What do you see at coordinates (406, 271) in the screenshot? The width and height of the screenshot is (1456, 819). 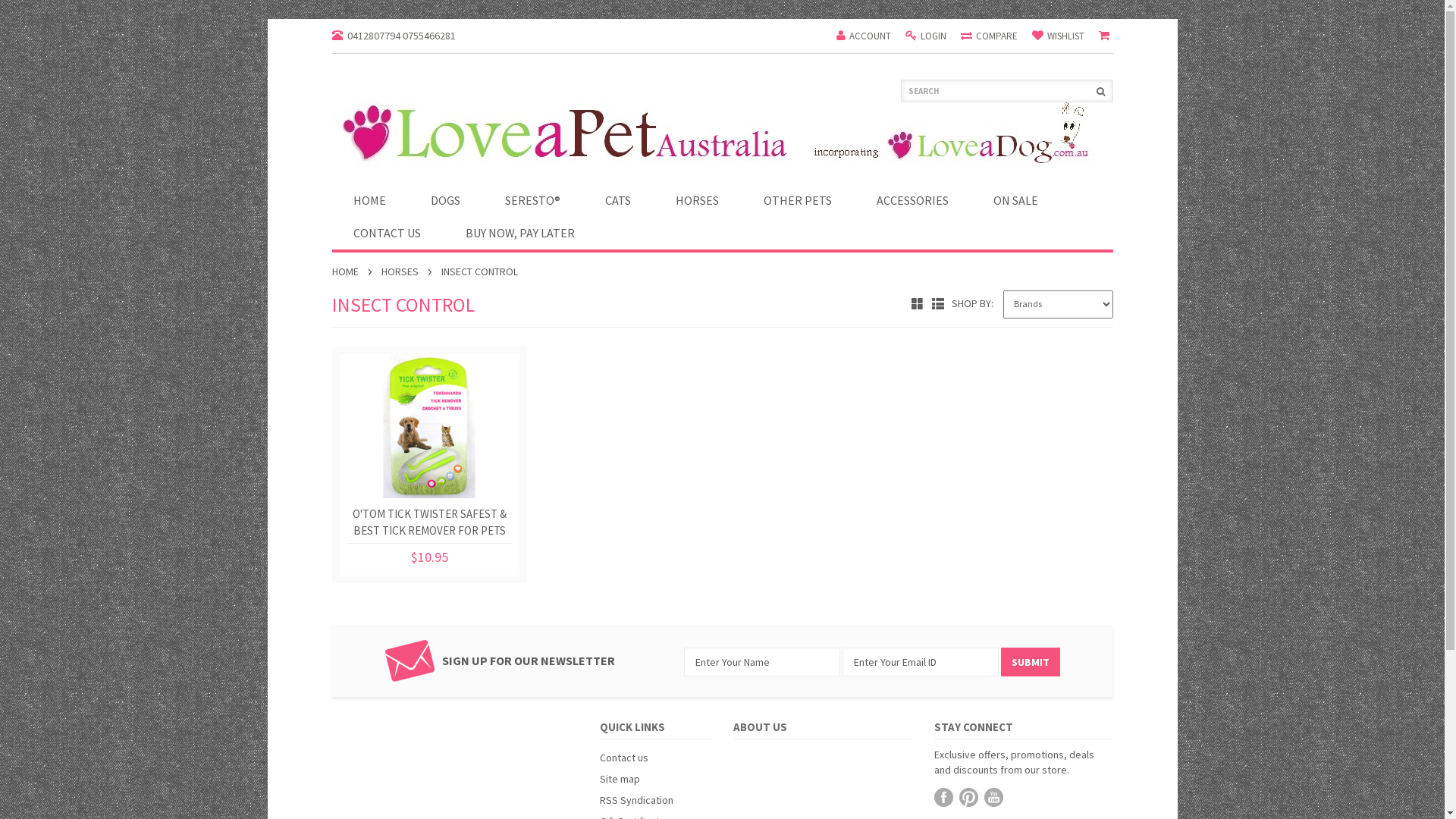 I see `'HORSES'` at bounding box center [406, 271].